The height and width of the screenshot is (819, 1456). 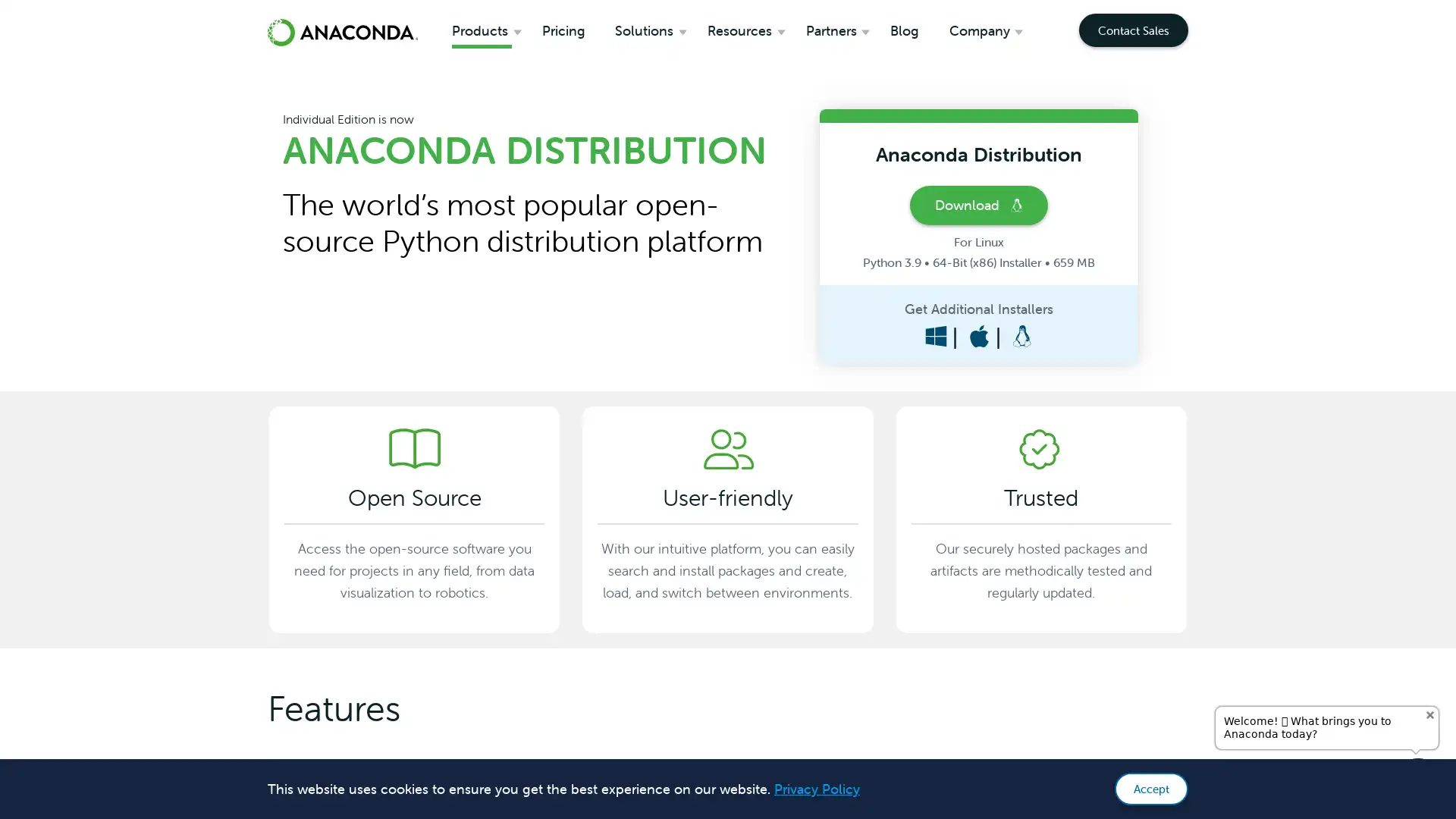 What do you see at coordinates (816, 787) in the screenshot?
I see `learn more about cookies` at bounding box center [816, 787].